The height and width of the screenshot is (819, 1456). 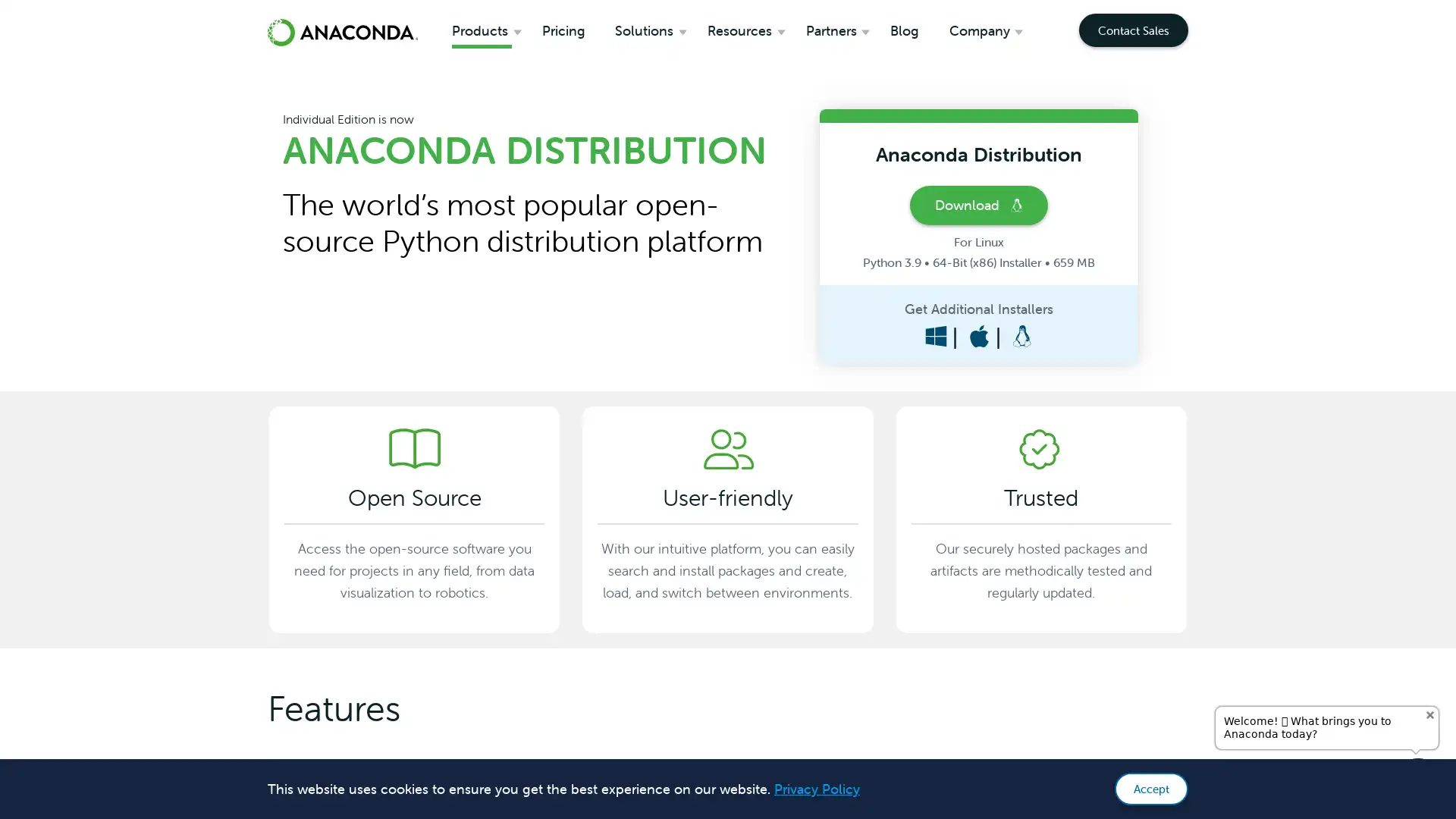 What do you see at coordinates (816, 787) in the screenshot?
I see `learn more about cookies` at bounding box center [816, 787].